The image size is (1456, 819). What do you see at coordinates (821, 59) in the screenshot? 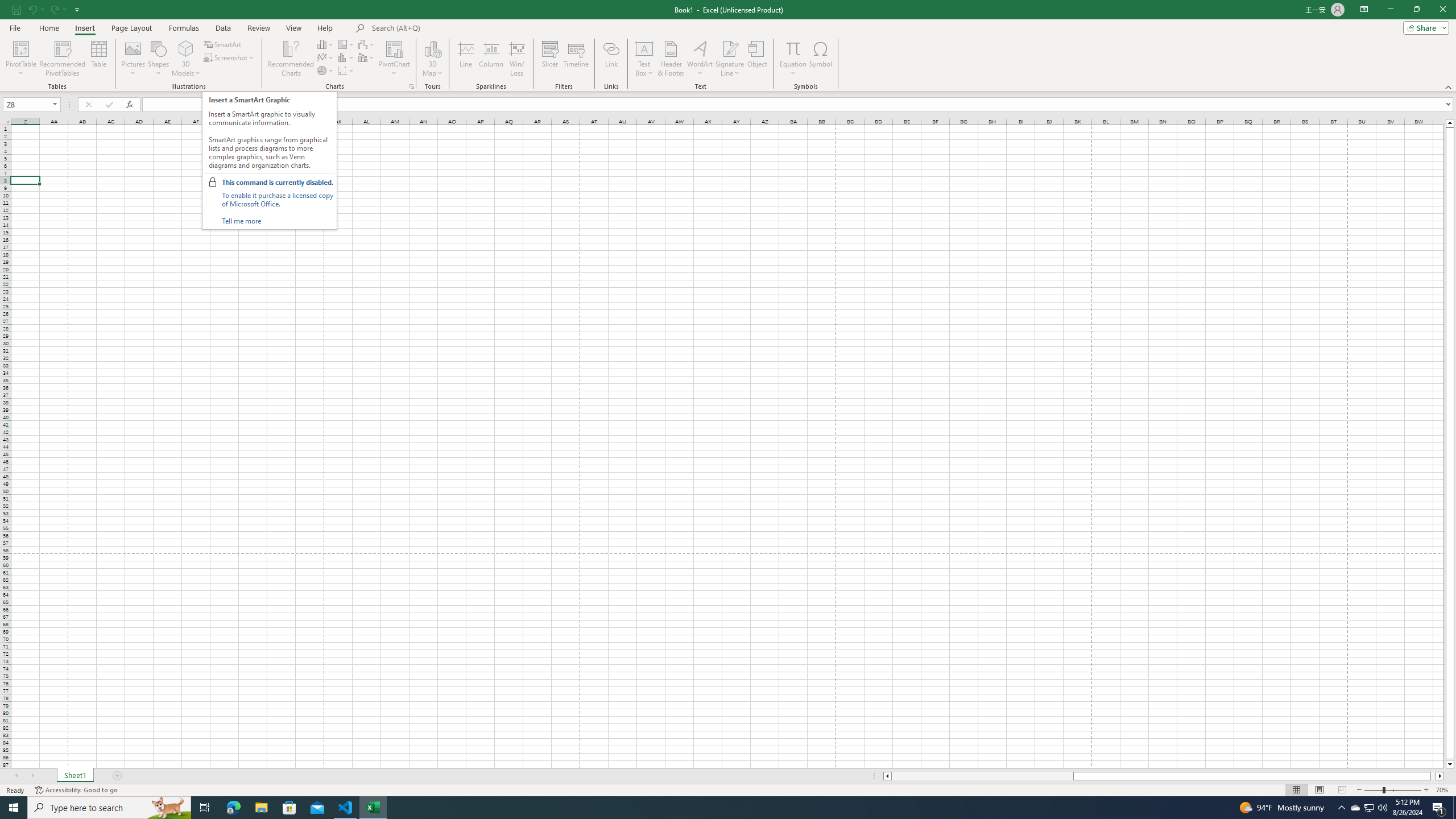
I see `'Symbol...'` at bounding box center [821, 59].